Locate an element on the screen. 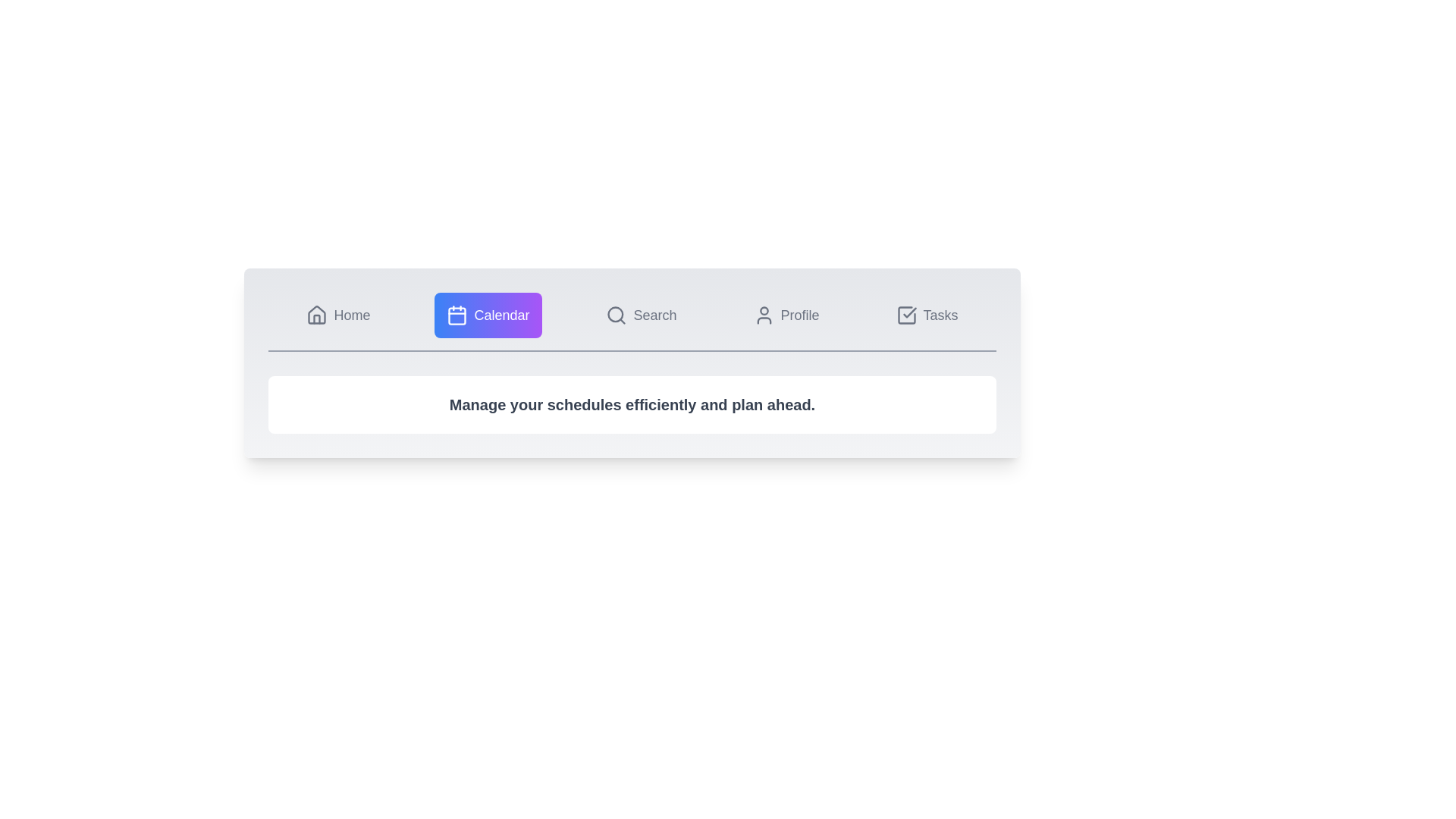  the tab labeled Search to observe its hover effect is located at coordinates (641, 315).